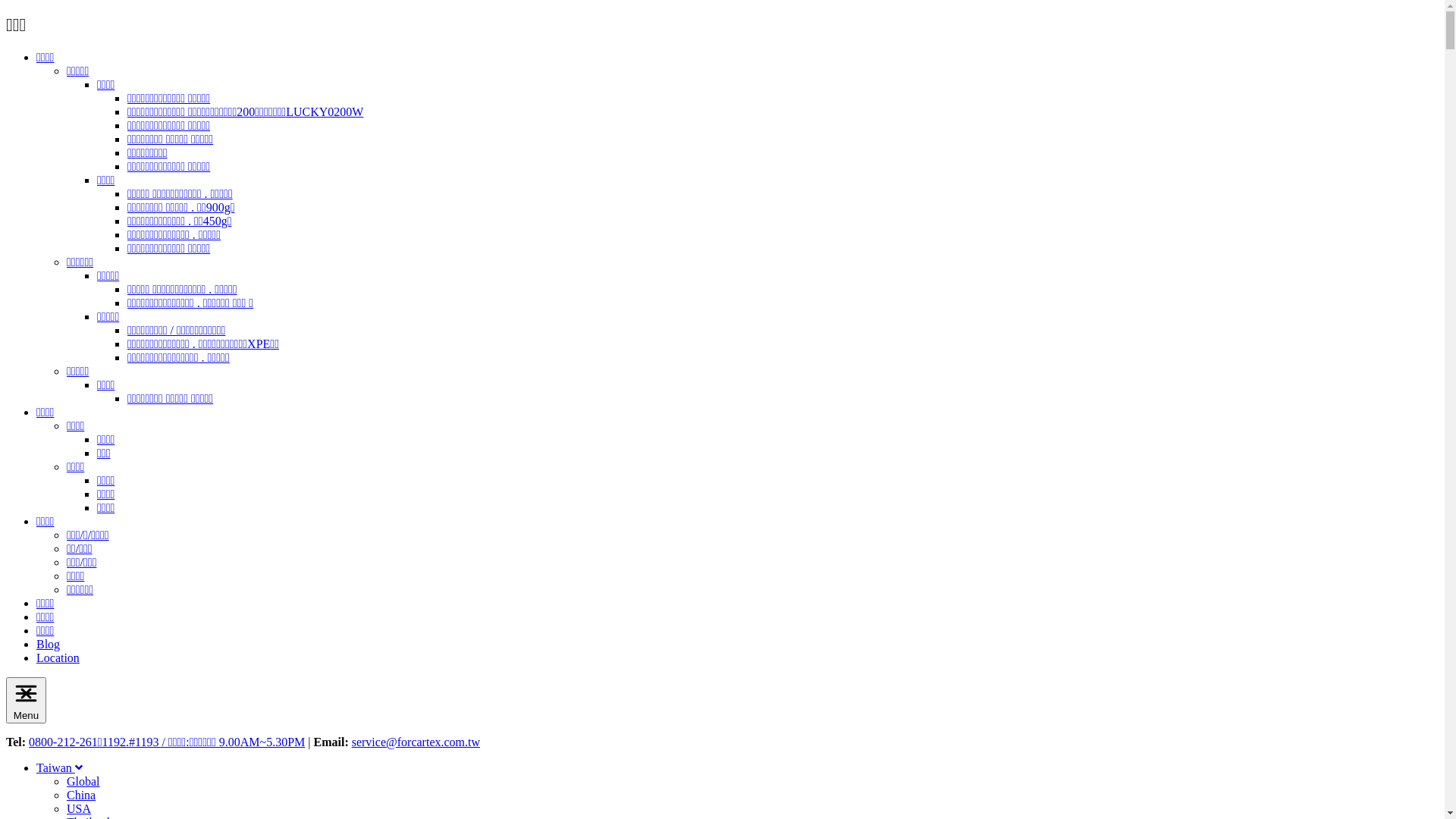 This screenshot has width=1456, height=819. Describe the element at coordinates (6, 700) in the screenshot. I see `'Menu'` at that location.